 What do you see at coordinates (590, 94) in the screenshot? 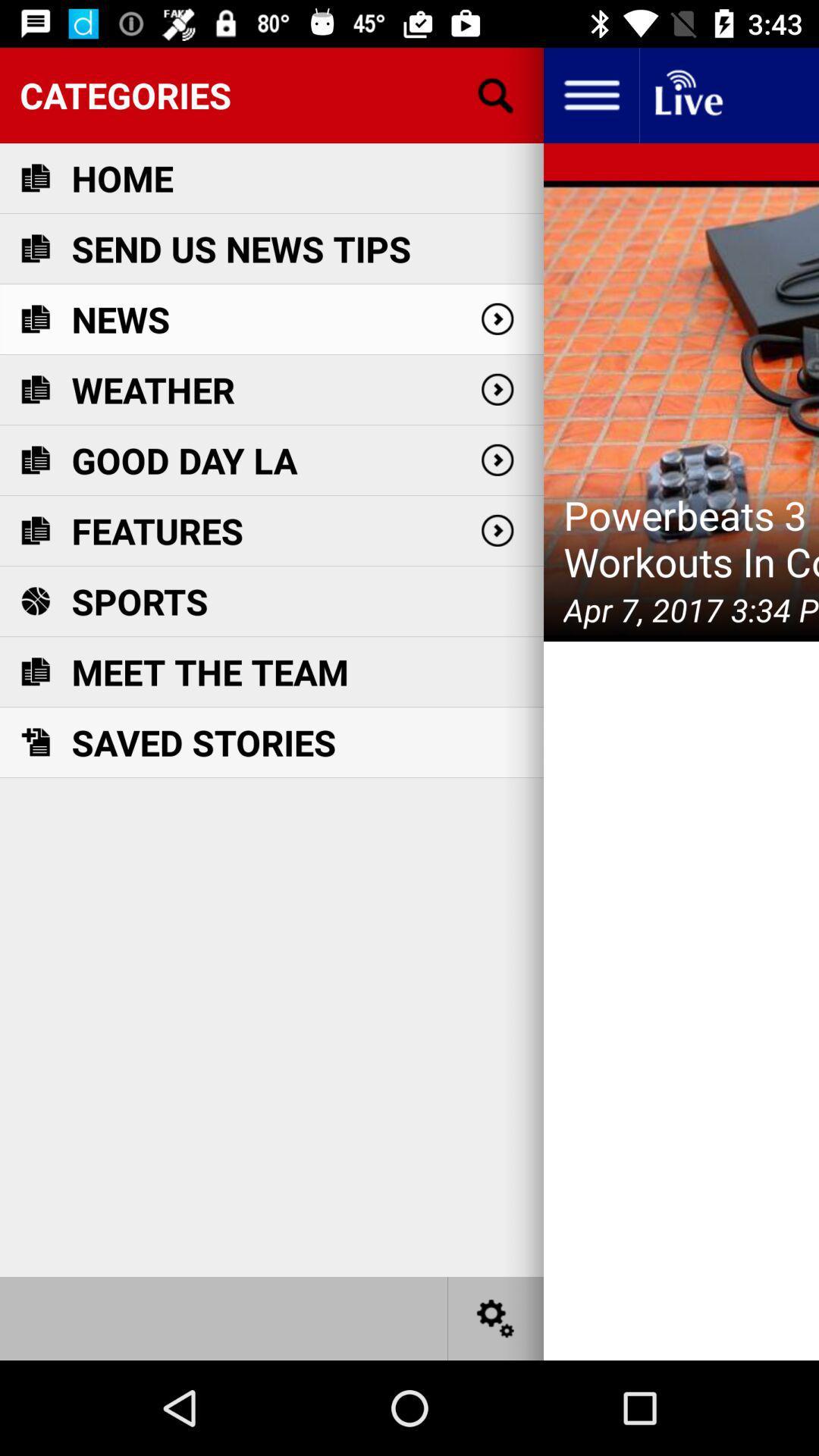
I see `the menu icon` at bounding box center [590, 94].